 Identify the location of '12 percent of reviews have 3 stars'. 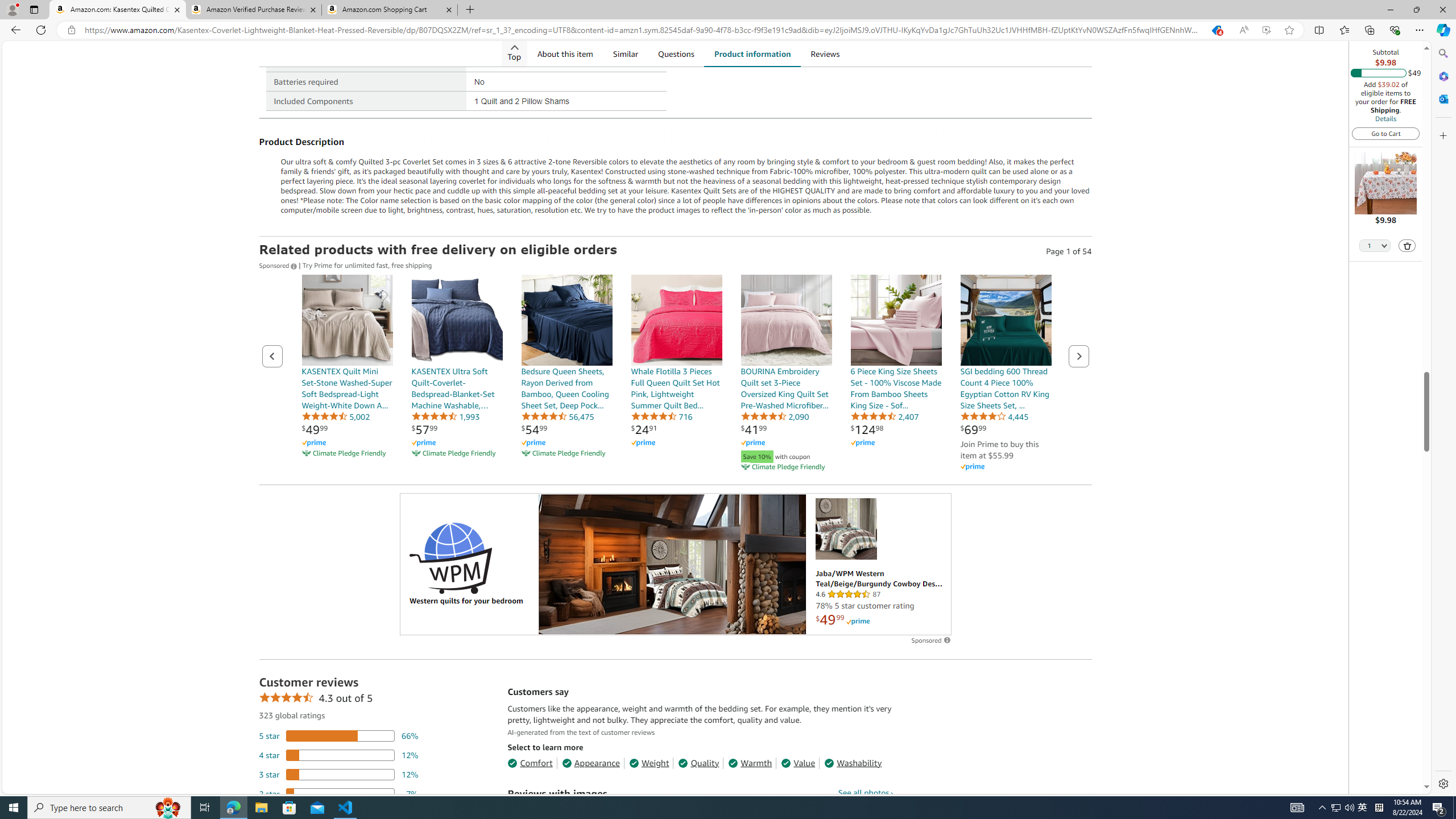
(338, 773).